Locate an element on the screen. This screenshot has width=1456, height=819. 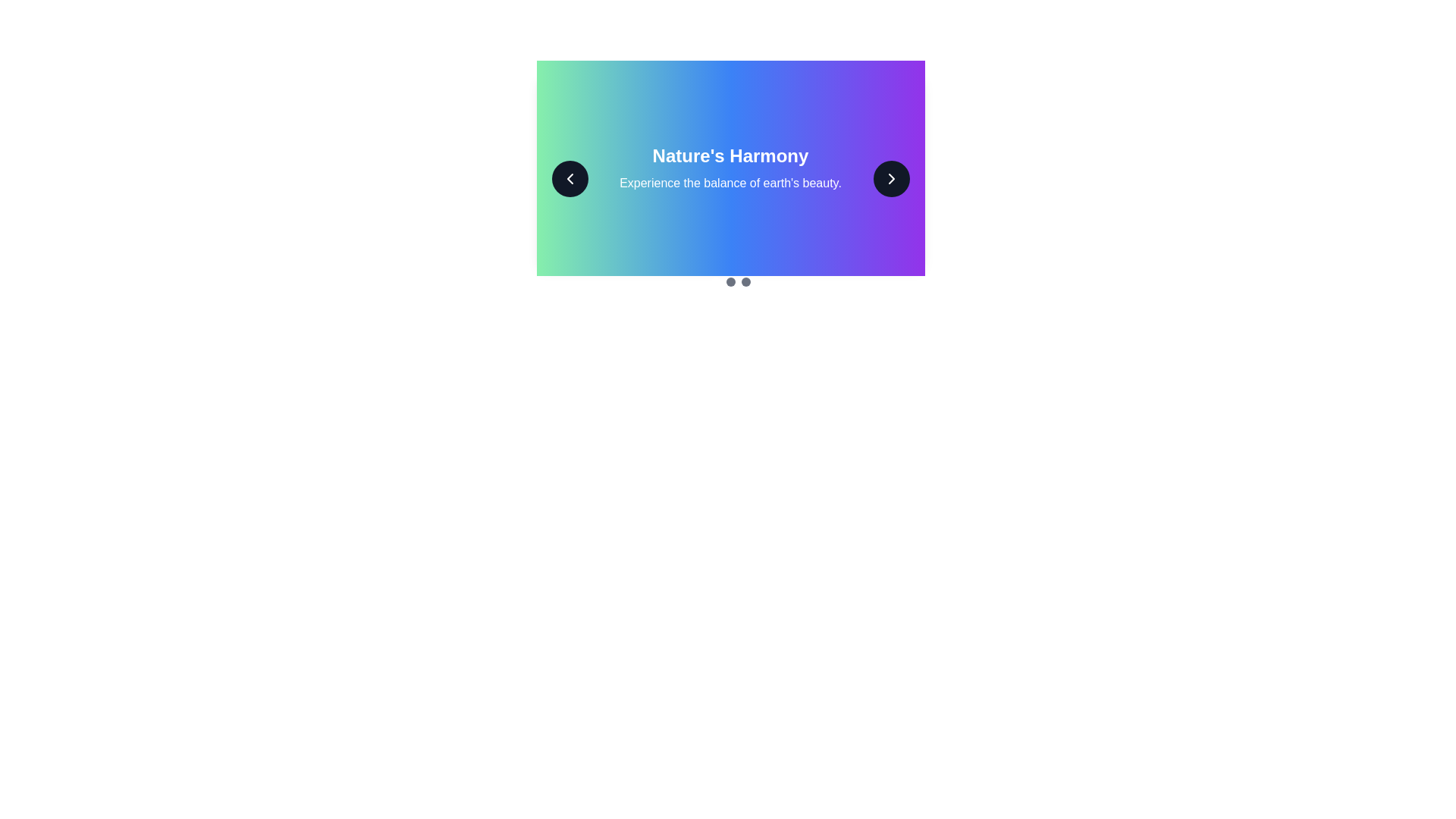
the subtitle element positioned below 'Nature's Harmony' is located at coordinates (730, 183).